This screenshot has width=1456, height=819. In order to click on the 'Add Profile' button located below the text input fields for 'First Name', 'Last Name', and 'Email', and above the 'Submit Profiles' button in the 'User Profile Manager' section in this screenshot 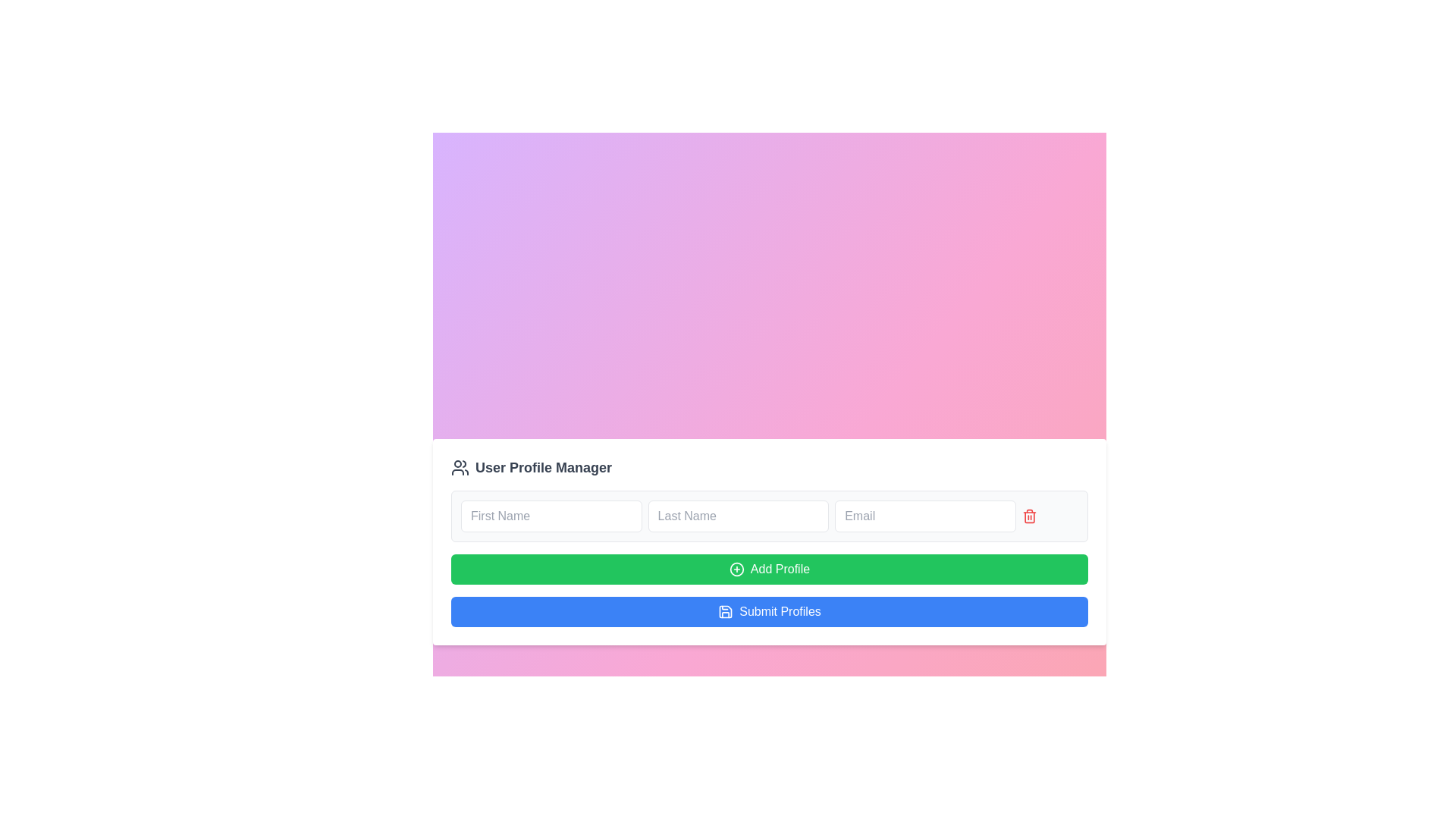, I will do `click(769, 558)`.